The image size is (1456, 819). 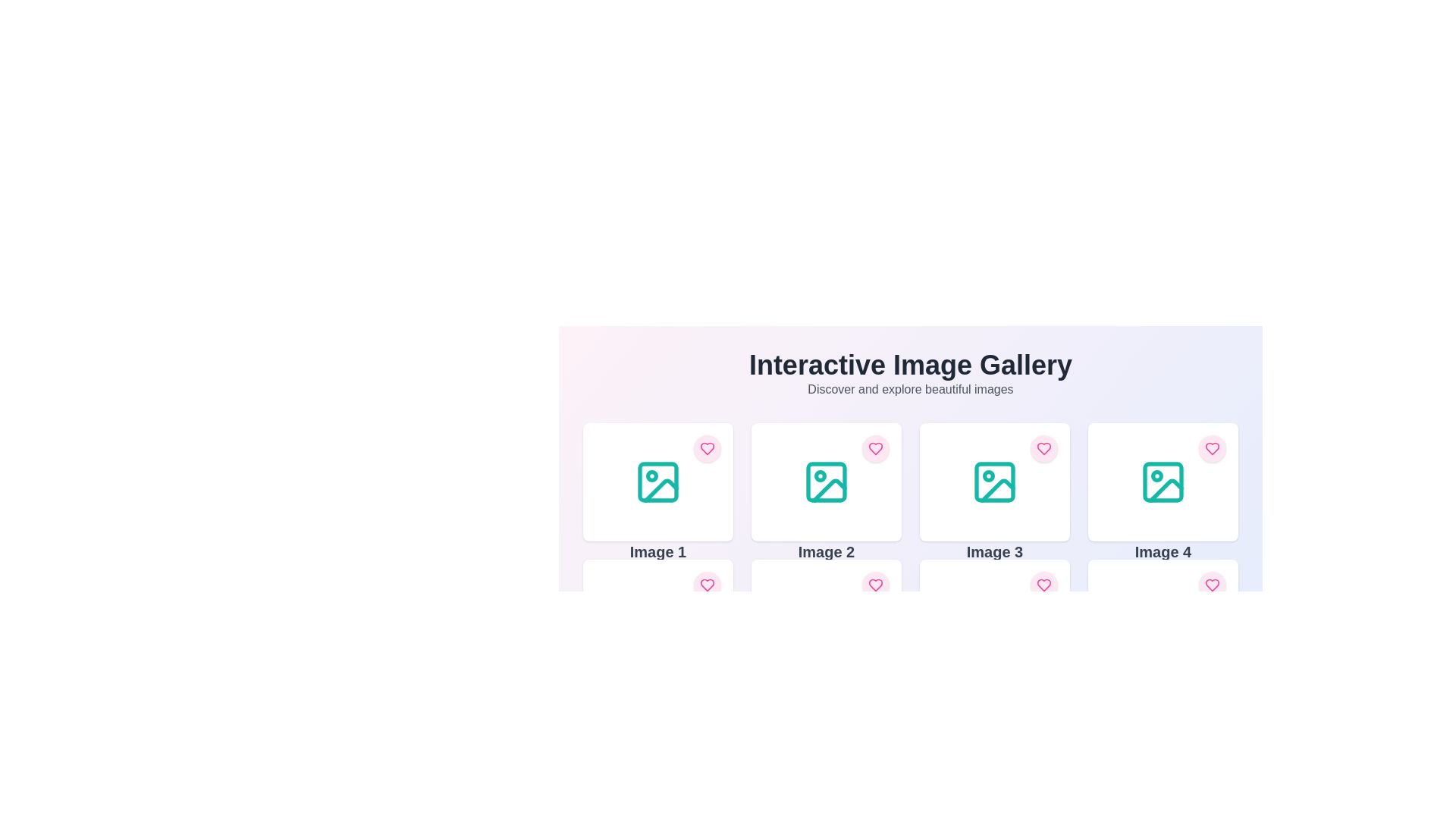 What do you see at coordinates (658, 482) in the screenshot?
I see `the interactive card labeled 'Image 1' located in the top-left corner of the grid layout` at bounding box center [658, 482].